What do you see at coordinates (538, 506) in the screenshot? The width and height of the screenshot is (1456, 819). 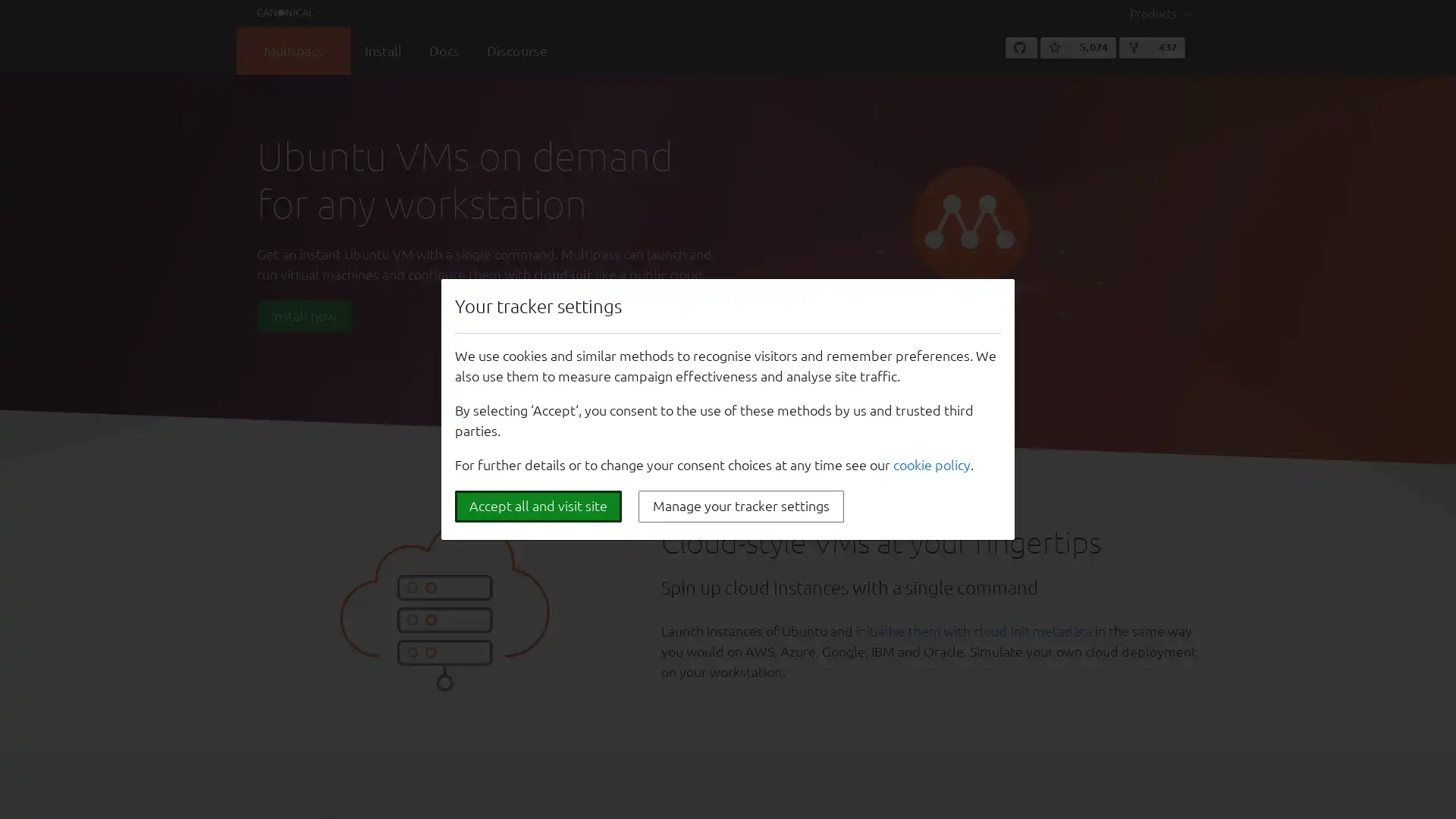 I see `Accept all and visit site` at bounding box center [538, 506].